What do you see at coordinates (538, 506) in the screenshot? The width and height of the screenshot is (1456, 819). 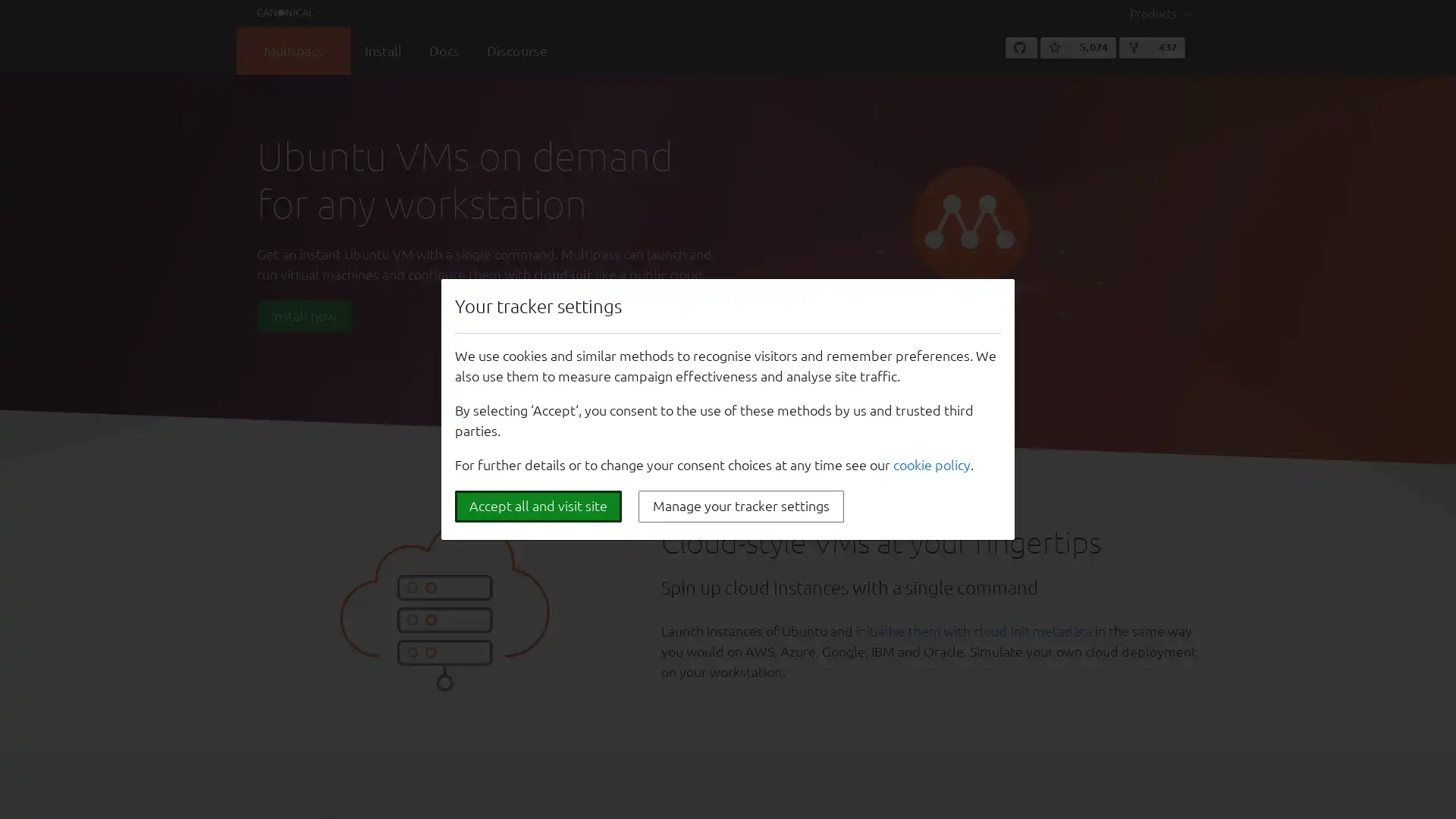 I see `Accept all and visit site` at bounding box center [538, 506].